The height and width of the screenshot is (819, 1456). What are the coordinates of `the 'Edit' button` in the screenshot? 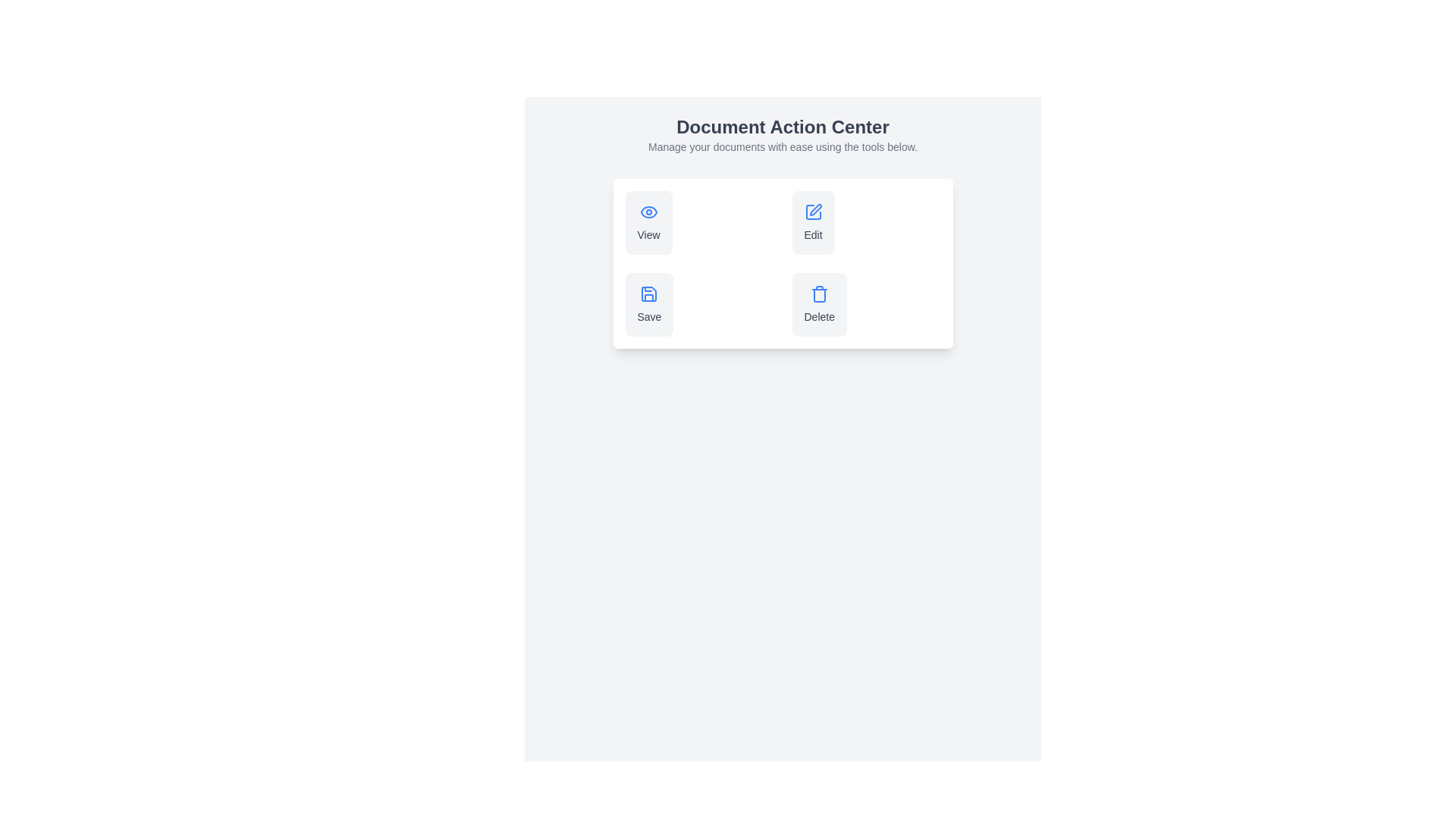 It's located at (812, 222).